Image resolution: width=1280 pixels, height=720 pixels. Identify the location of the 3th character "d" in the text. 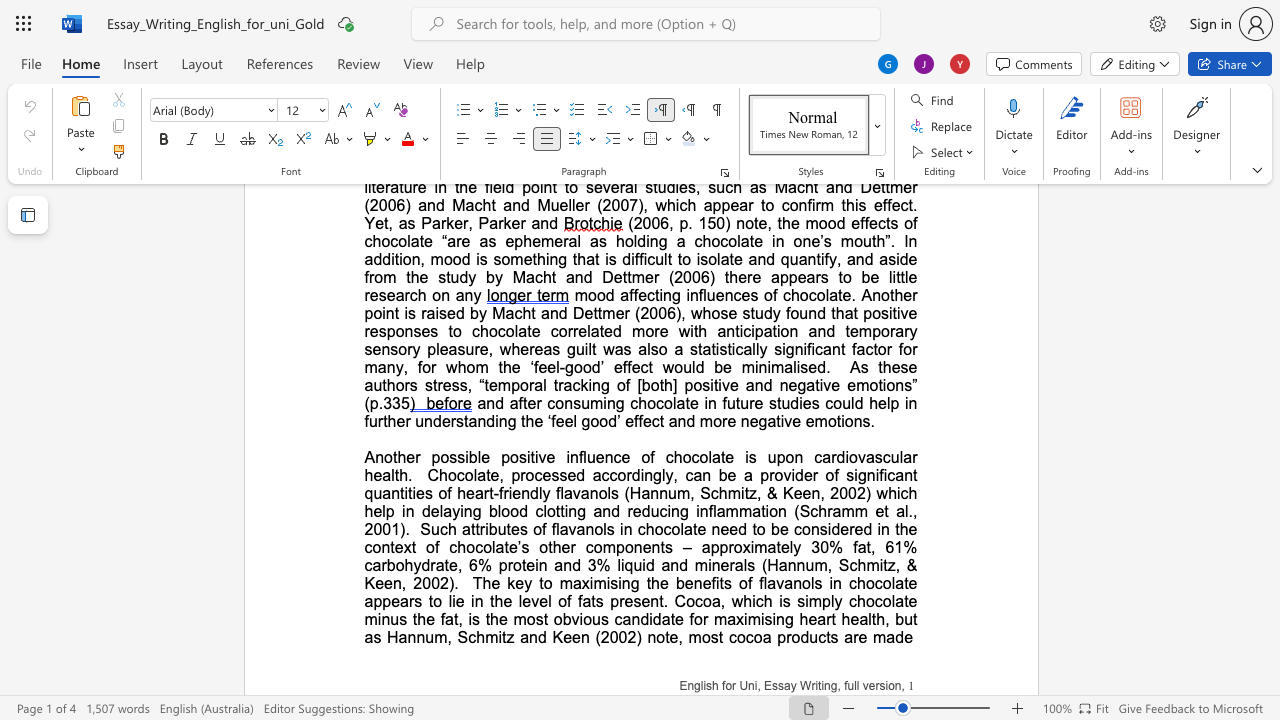
(798, 475).